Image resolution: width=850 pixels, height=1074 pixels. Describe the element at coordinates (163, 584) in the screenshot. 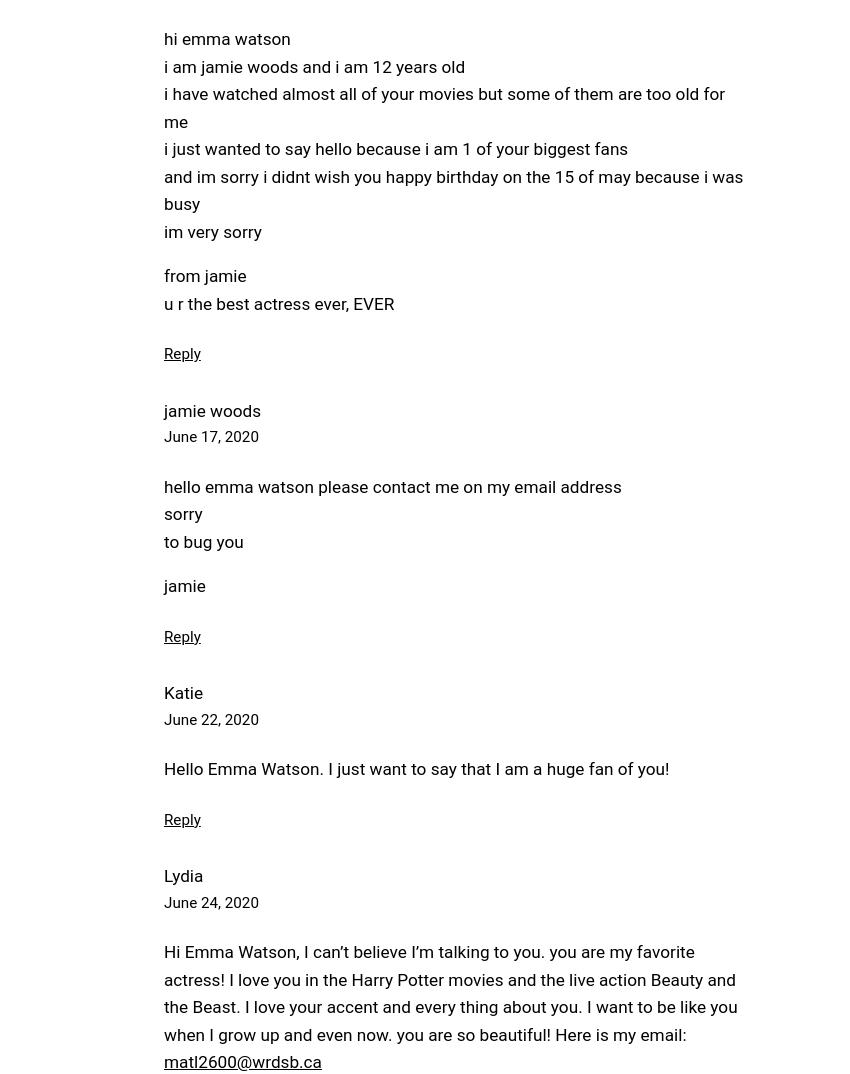

I see `'jamie'` at that location.